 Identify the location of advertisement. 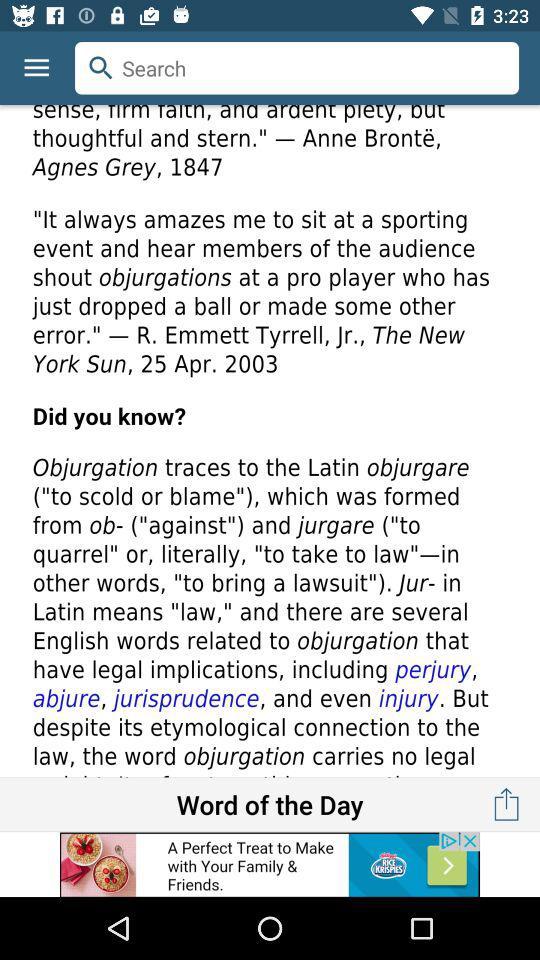
(270, 863).